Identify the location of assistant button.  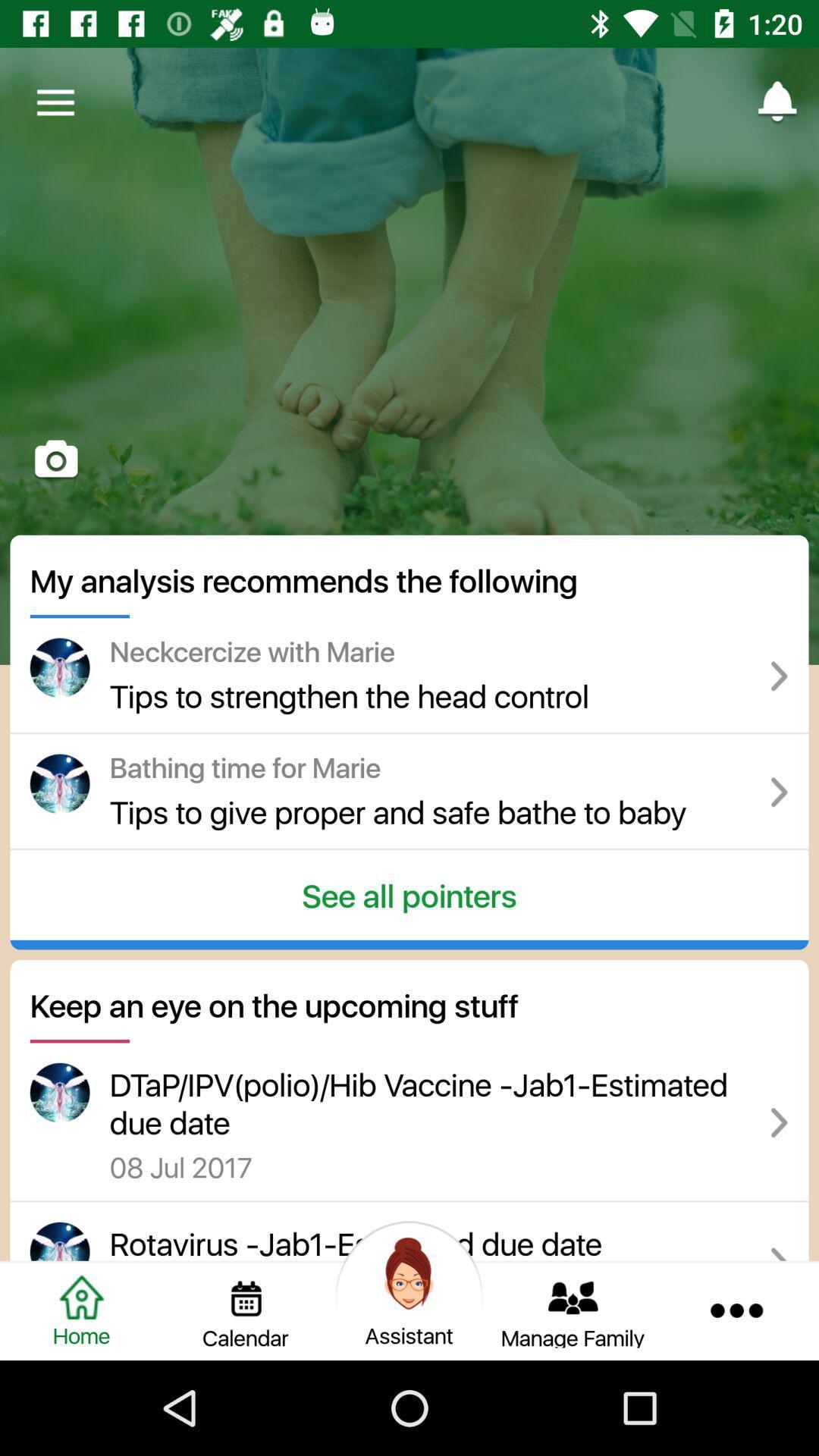
(409, 1274).